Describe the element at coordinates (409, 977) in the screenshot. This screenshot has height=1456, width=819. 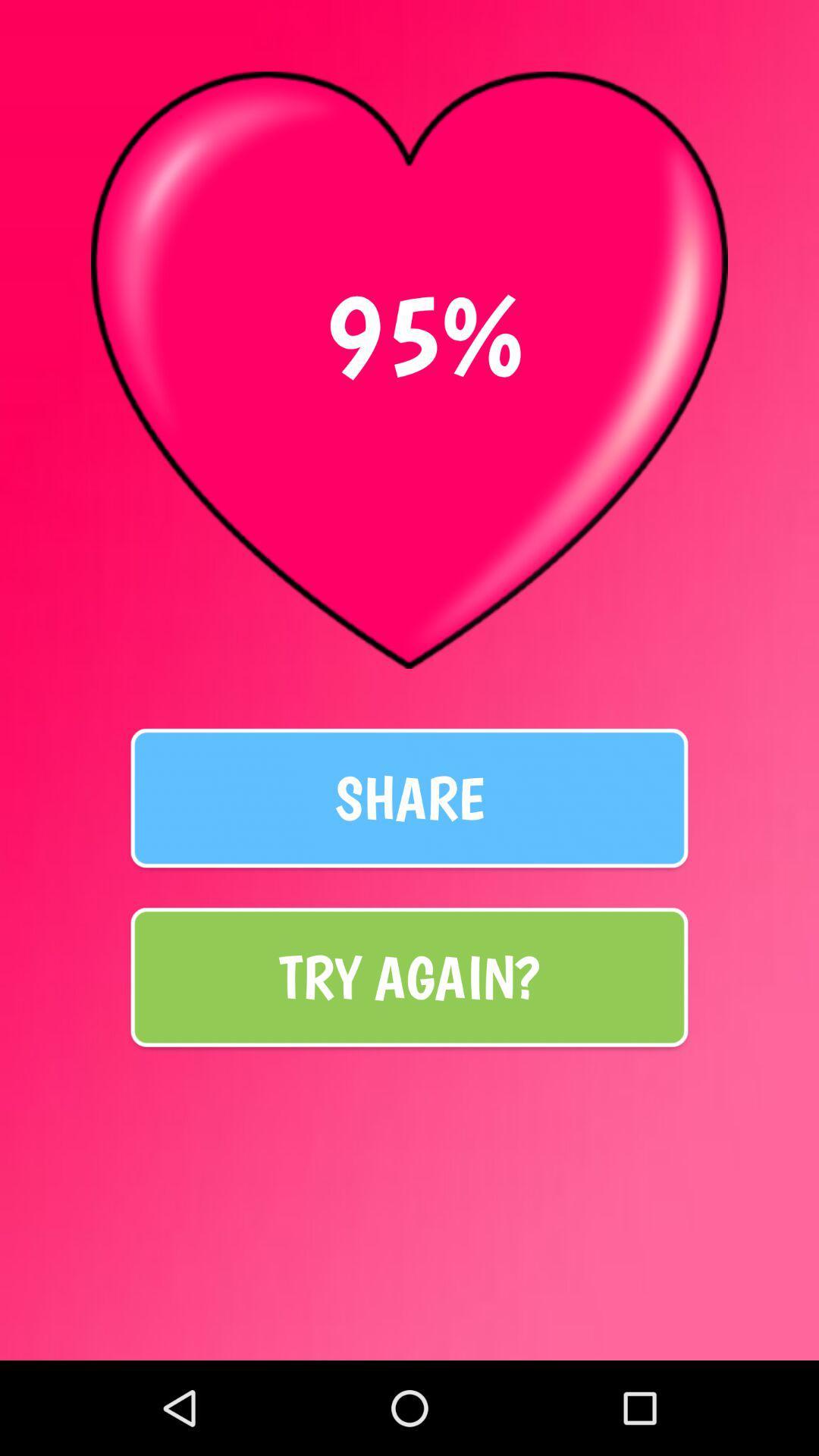
I see `try again? item` at that location.